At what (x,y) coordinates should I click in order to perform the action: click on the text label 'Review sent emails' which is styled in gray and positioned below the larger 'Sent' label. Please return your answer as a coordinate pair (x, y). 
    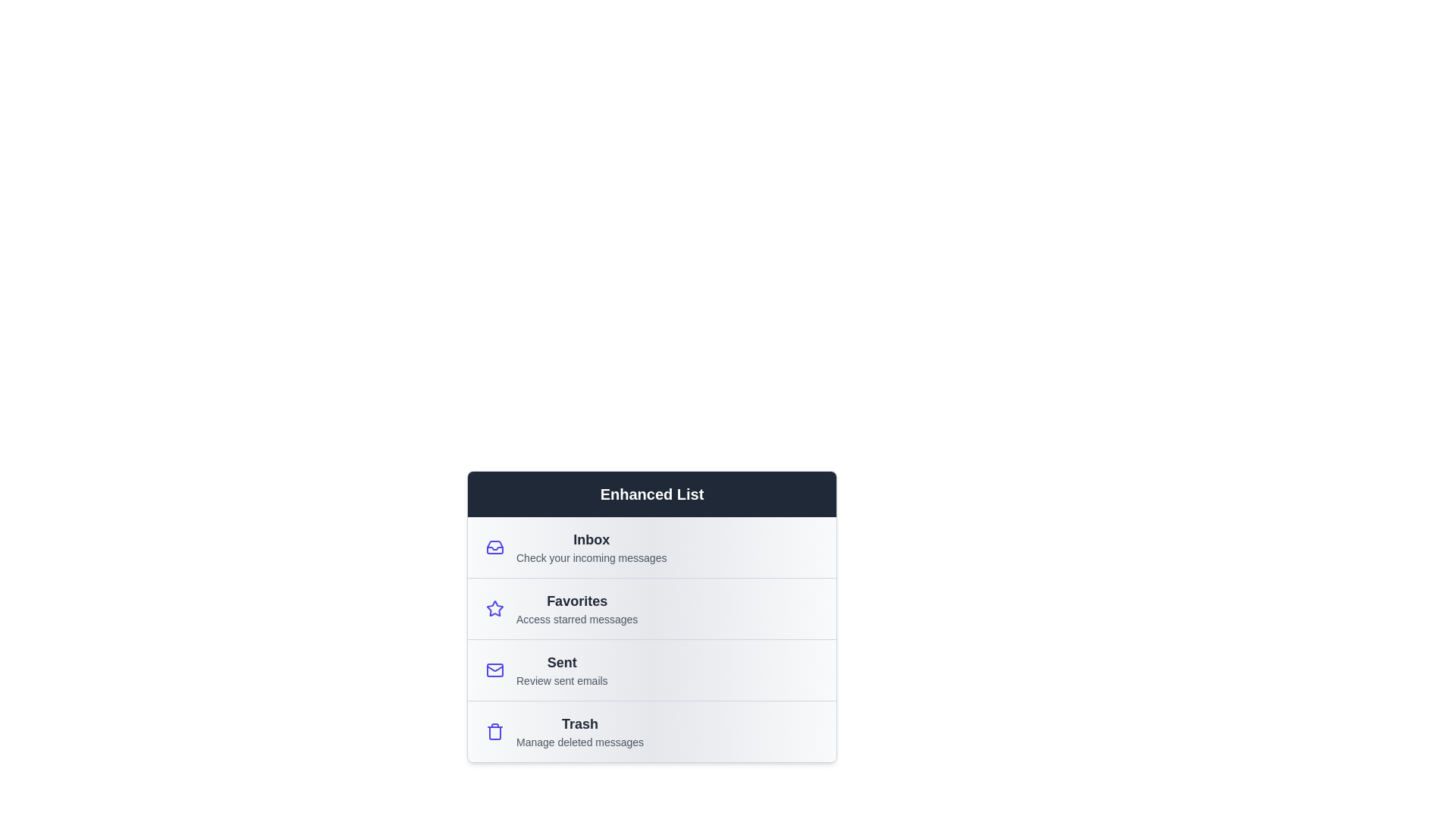
    Looking at the image, I should click on (561, 680).